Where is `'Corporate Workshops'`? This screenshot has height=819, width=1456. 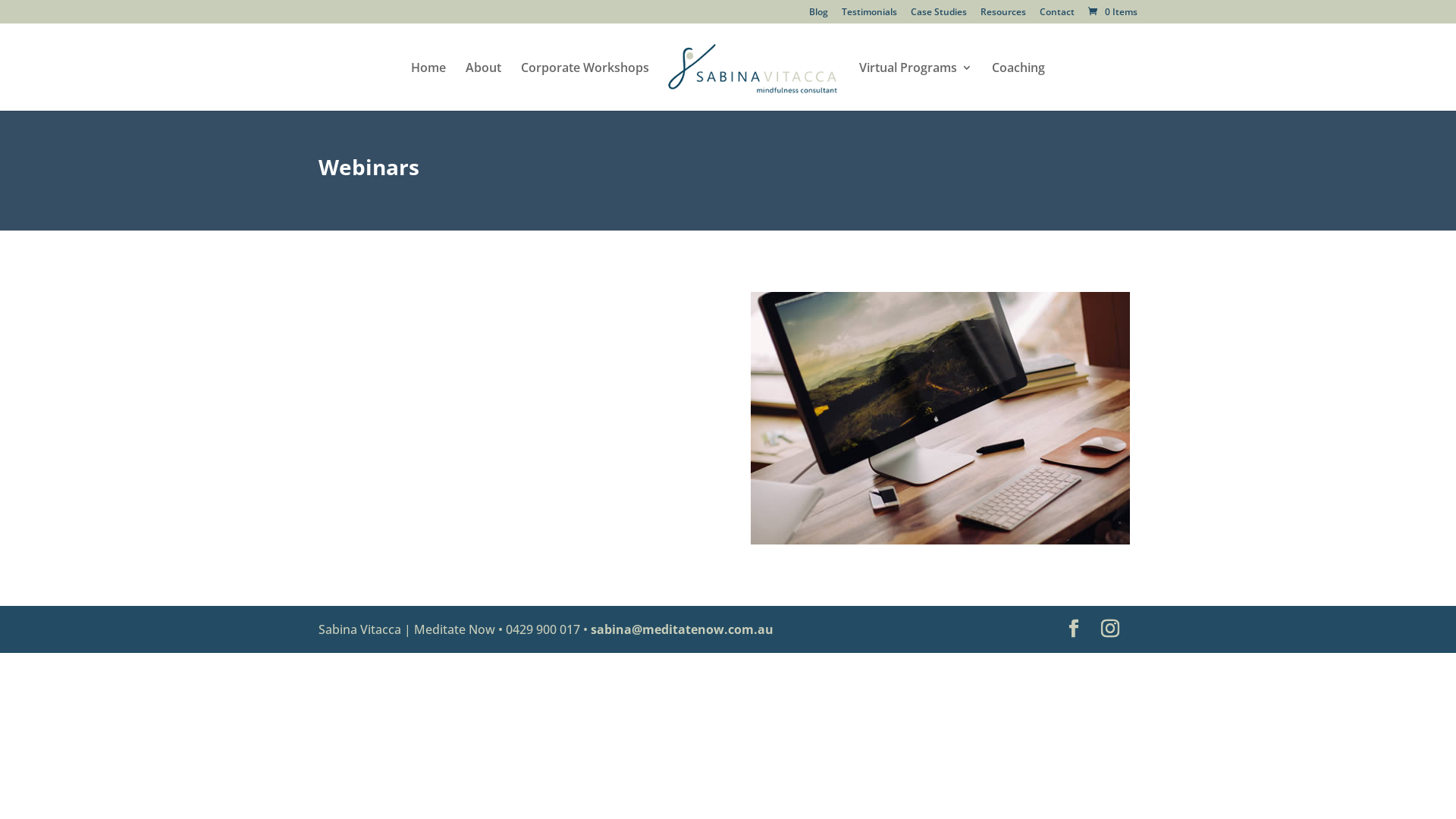
'Corporate Workshops' is located at coordinates (520, 86).